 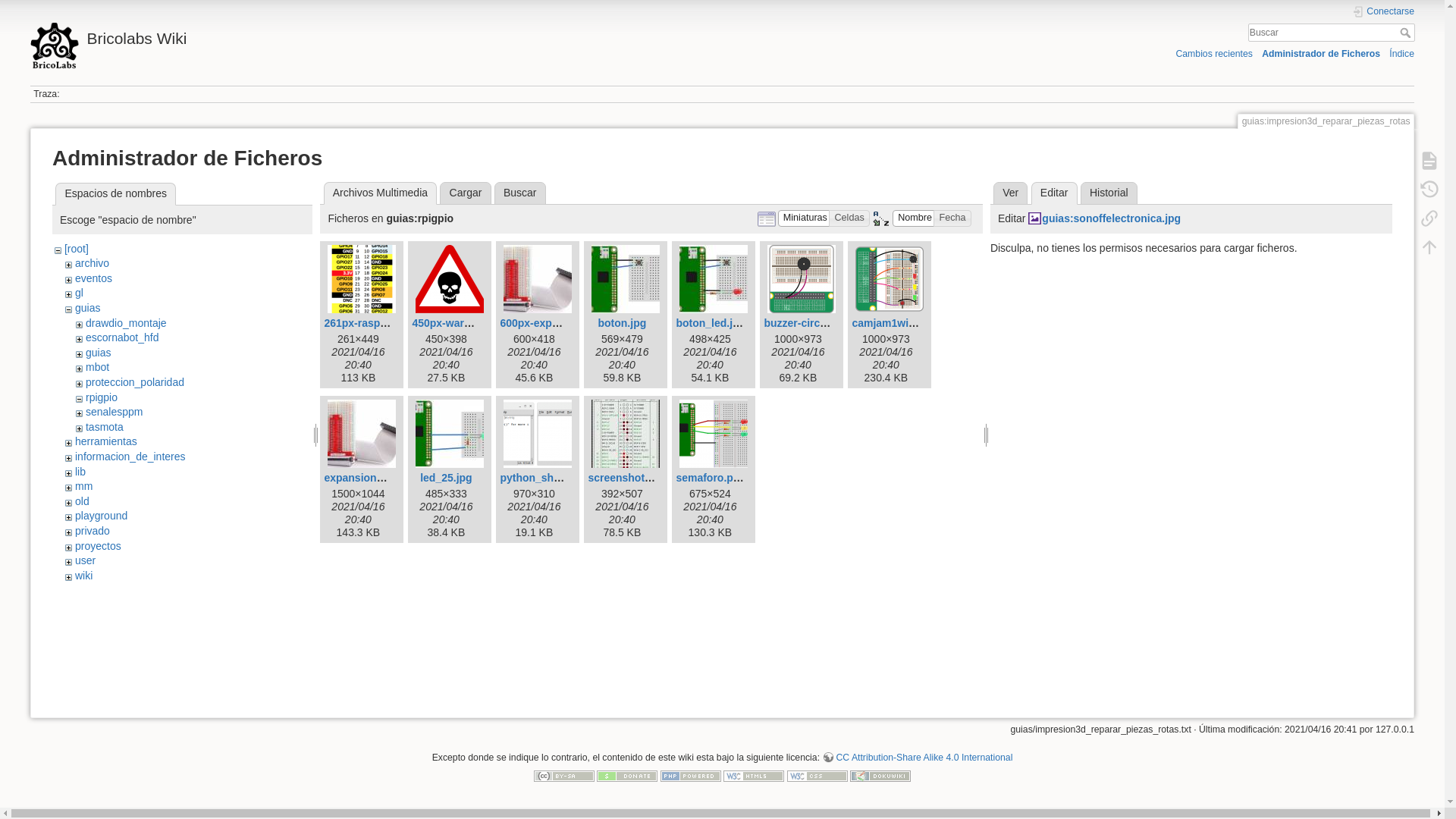 I want to click on 'Conectarse', so click(x=1383, y=11).